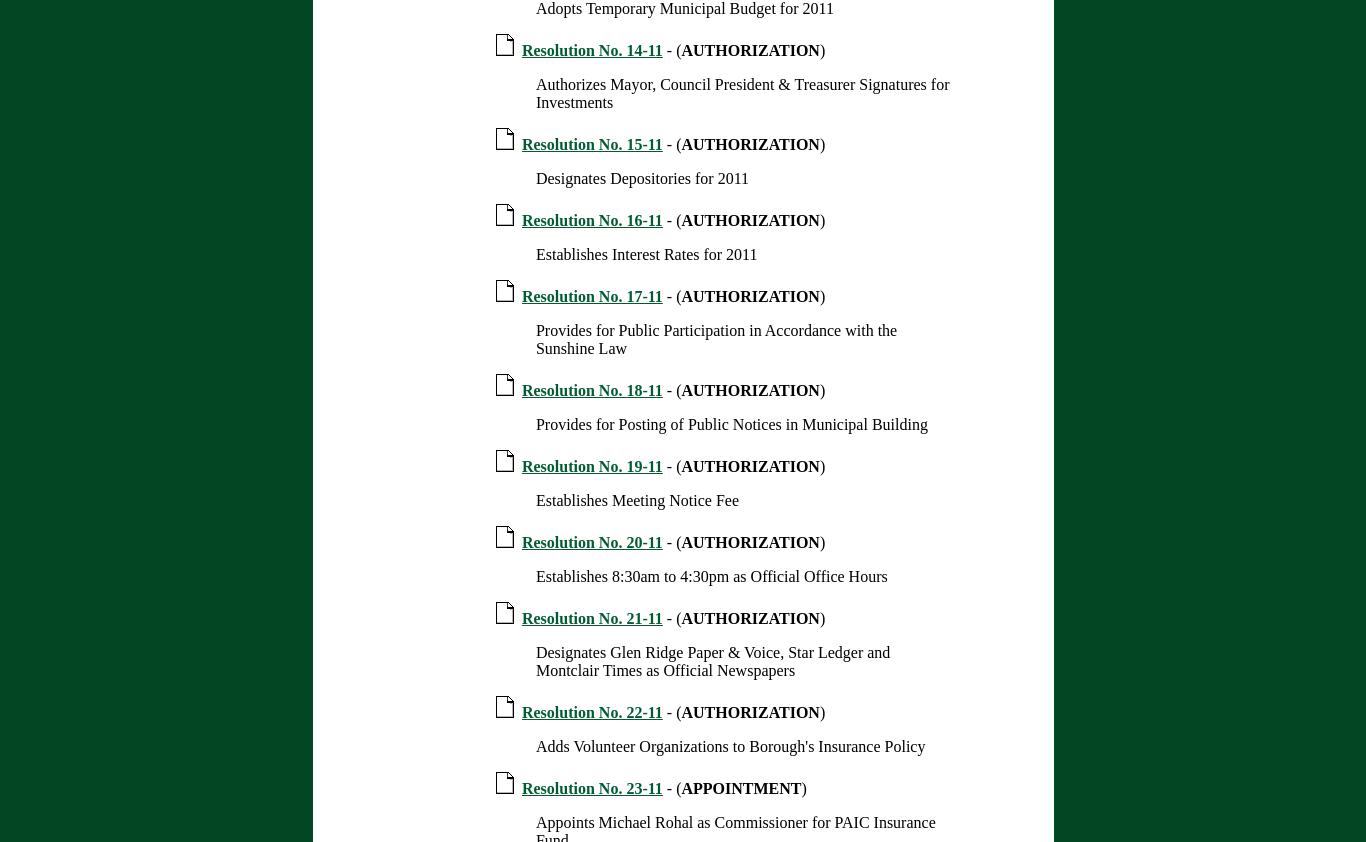 This screenshot has width=1366, height=842. I want to click on 'Establishes Meeting Notice Fee', so click(635, 499).